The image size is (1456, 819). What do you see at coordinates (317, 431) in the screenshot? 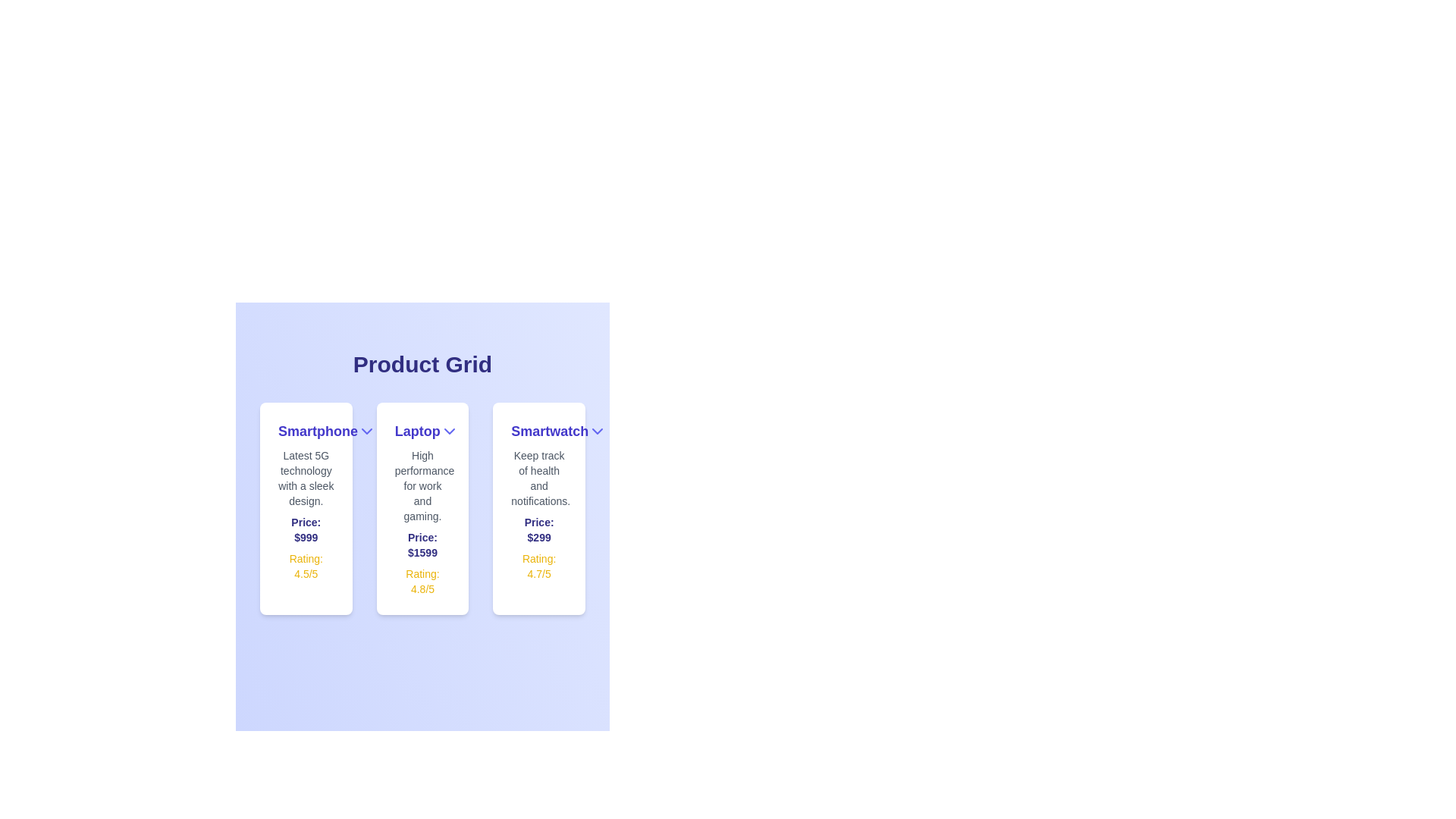
I see `text of the label displaying 'Smartphone' in bold indigo font, located under the 'Product Grid' header in the leftmost card of the product listings` at bounding box center [317, 431].